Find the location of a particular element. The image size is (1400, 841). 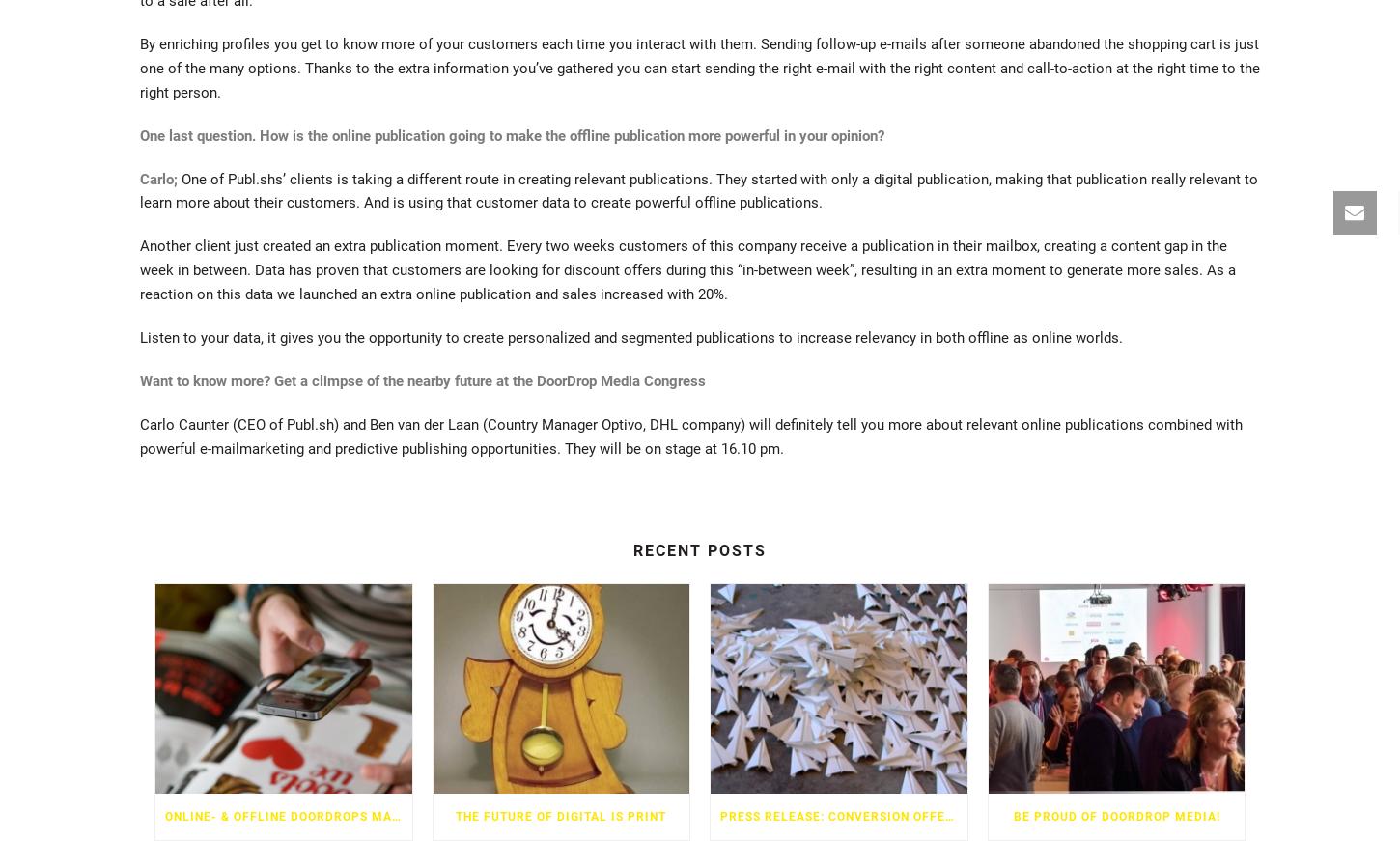

'The future of digital is print' is located at coordinates (561, 815).